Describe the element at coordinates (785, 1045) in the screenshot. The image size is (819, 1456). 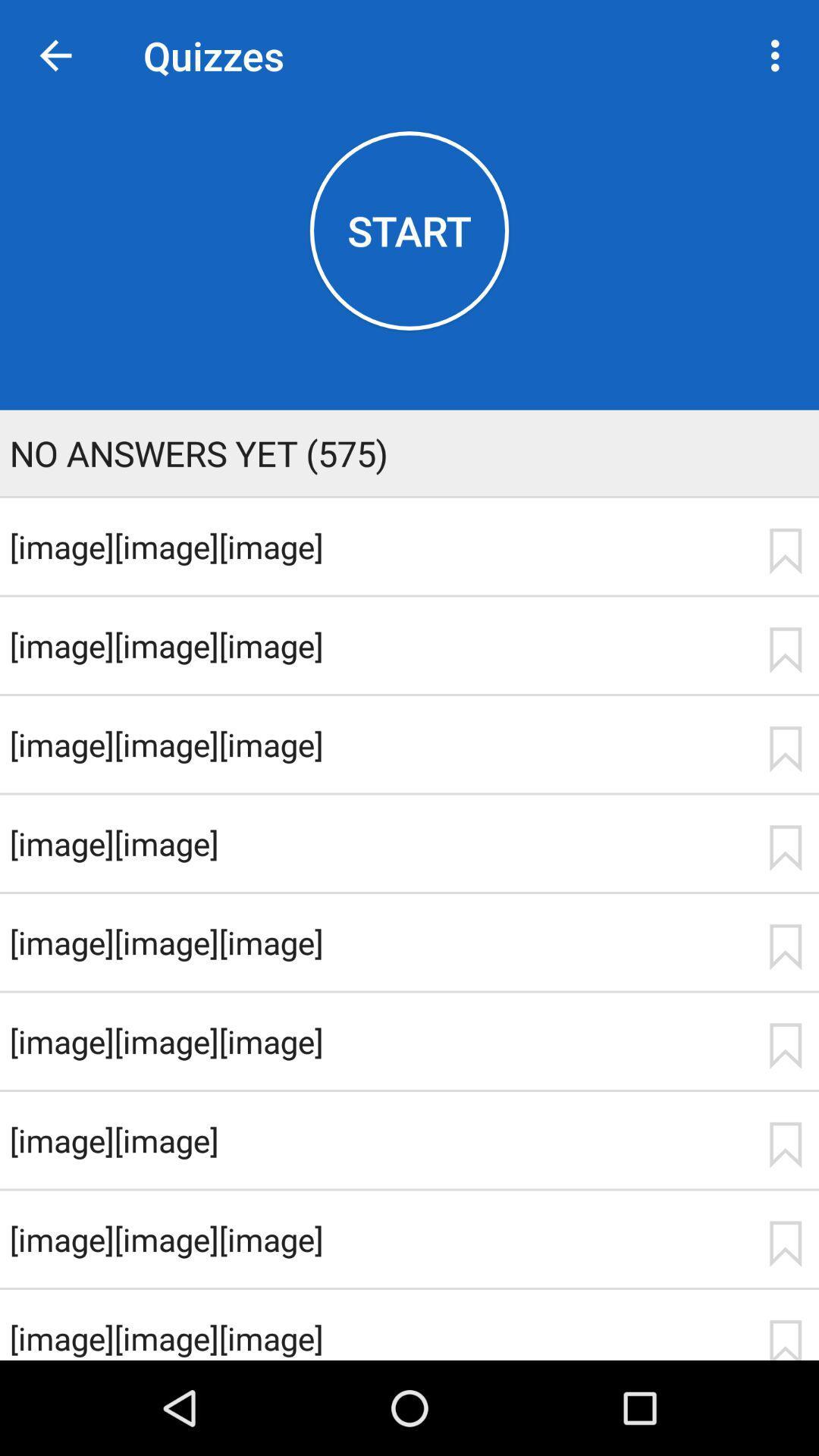
I see `like` at that location.